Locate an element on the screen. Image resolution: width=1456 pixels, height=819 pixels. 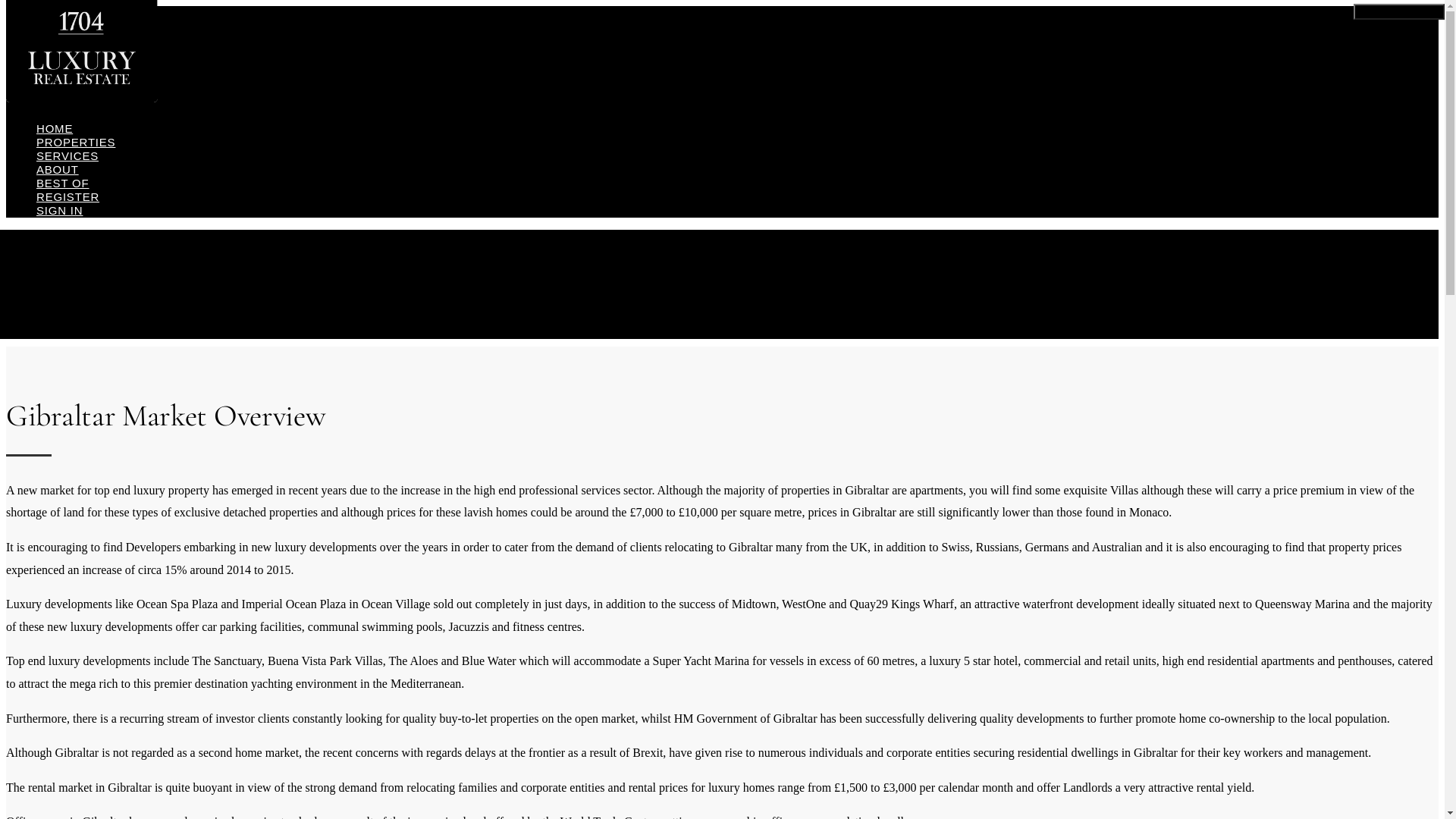
'HOME' is located at coordinates (55, 127).